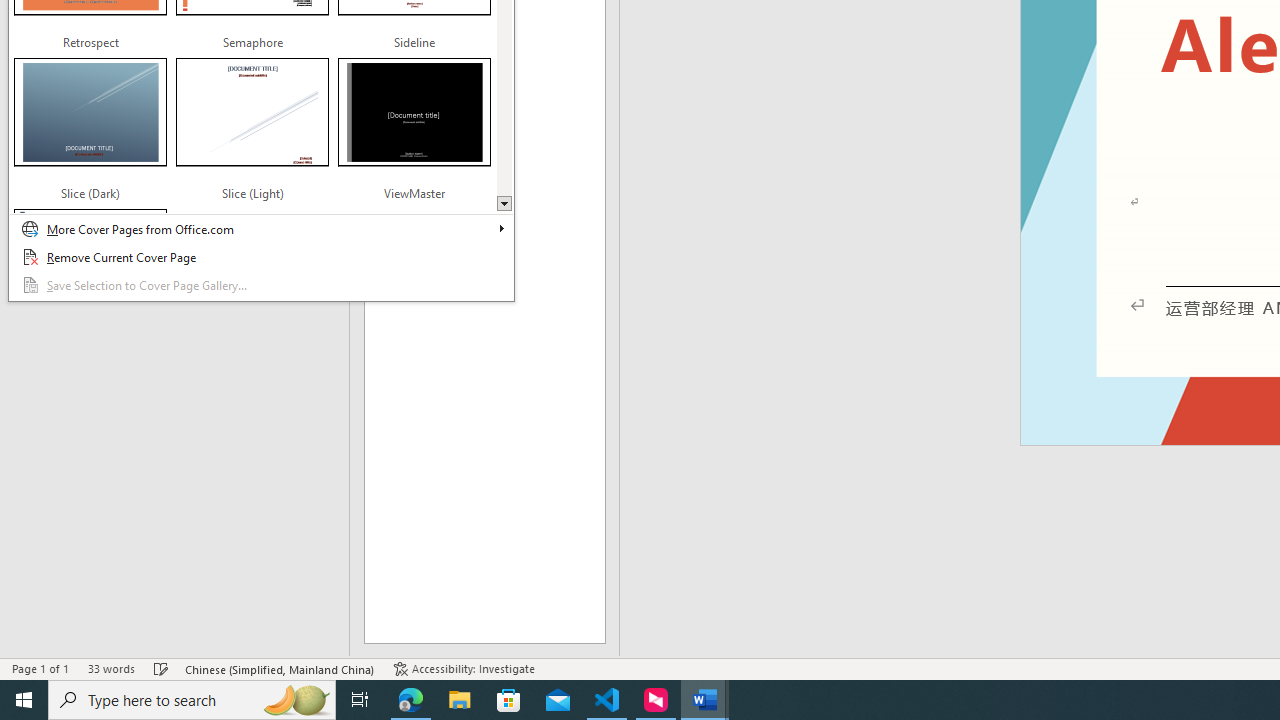  What do you see at coordinates (359, 698) in the screenshot?
I see `'Task View'` at bounding box center [359, 698].